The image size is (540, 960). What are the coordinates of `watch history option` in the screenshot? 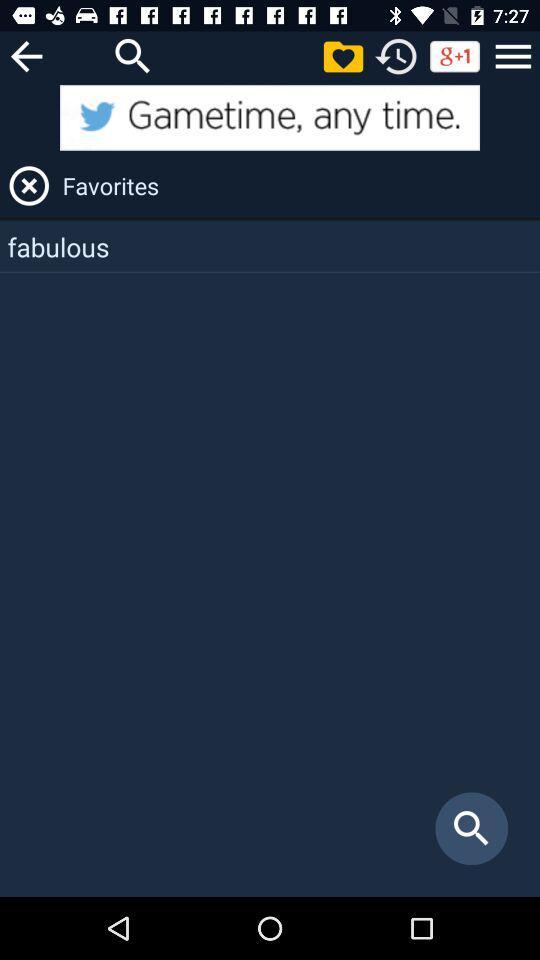 It's located at (396, 55).